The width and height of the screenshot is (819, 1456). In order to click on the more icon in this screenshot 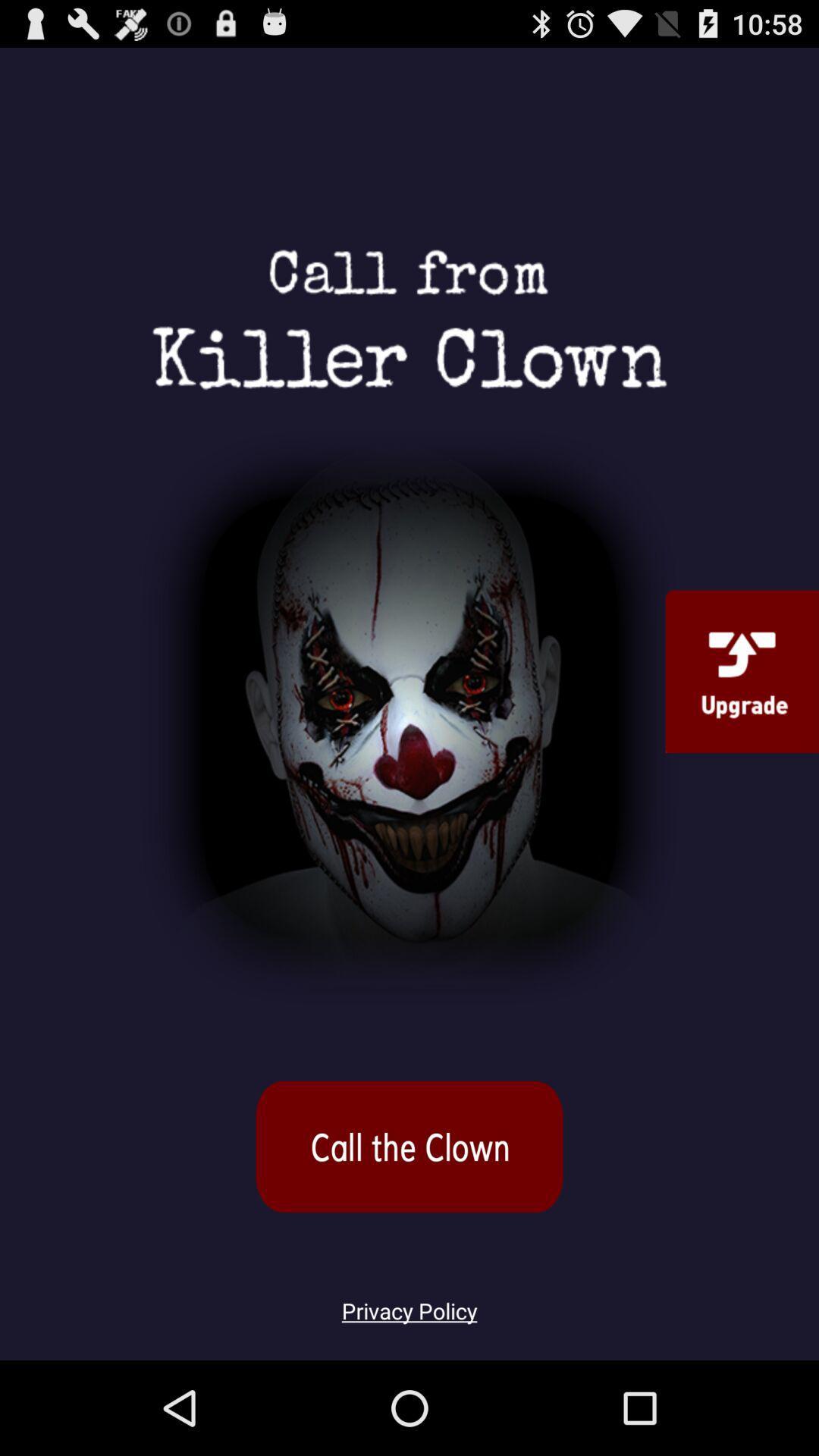, I will do `click(409, 1227)`.